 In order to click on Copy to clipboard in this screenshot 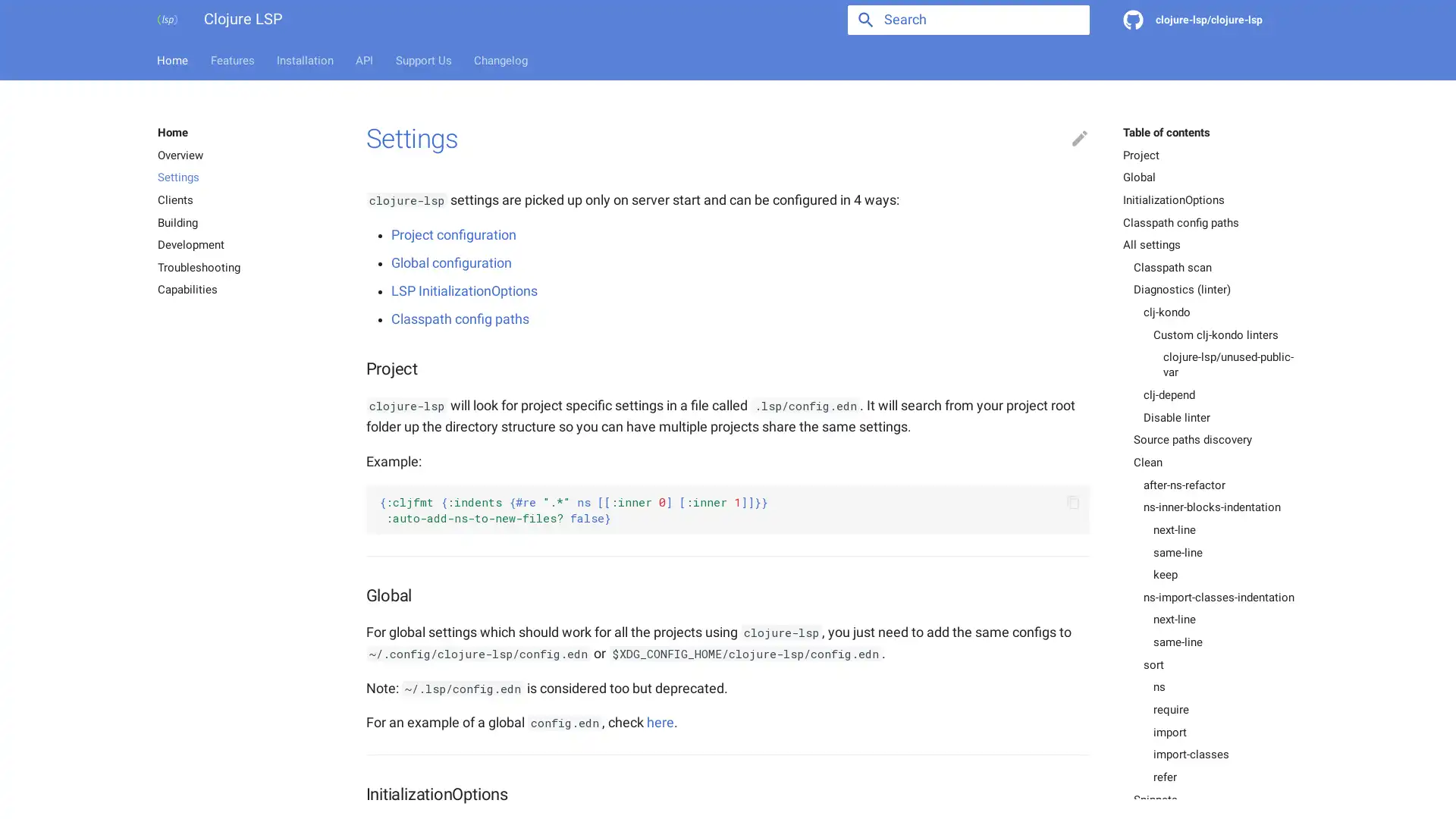, I will do `click(1072, 502)`.